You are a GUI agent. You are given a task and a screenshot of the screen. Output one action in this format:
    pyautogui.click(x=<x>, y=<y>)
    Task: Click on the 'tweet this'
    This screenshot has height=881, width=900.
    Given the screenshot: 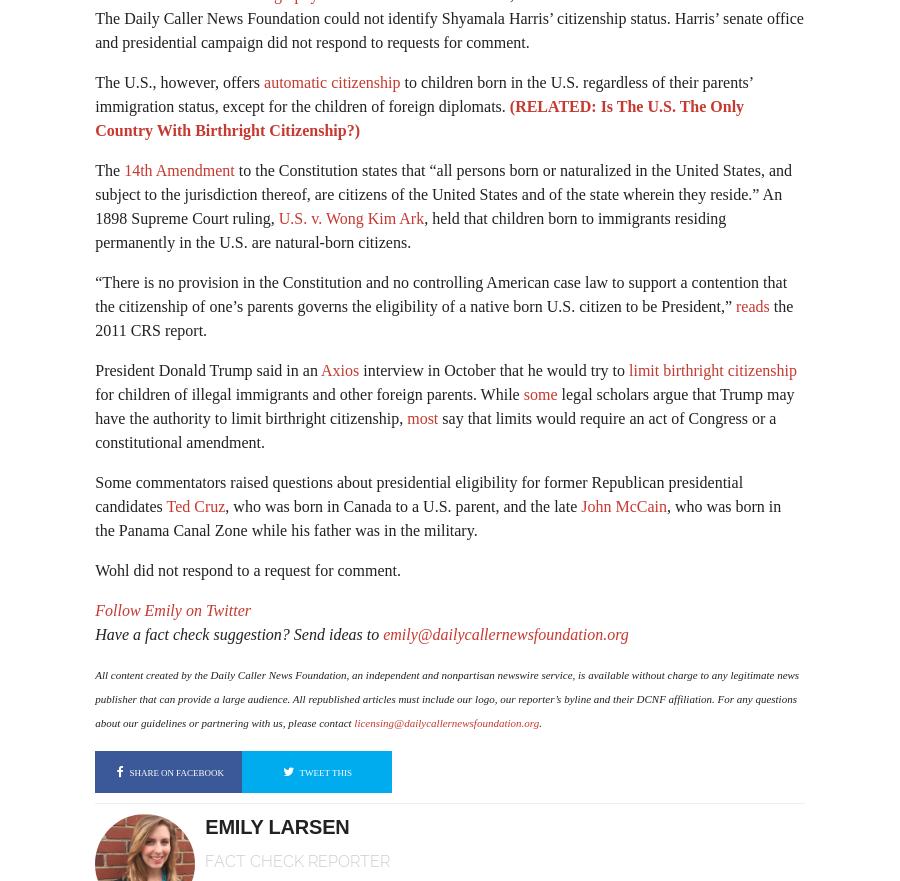 What is the action you would take?
    pyautogui.click(x=296, y=771)
    